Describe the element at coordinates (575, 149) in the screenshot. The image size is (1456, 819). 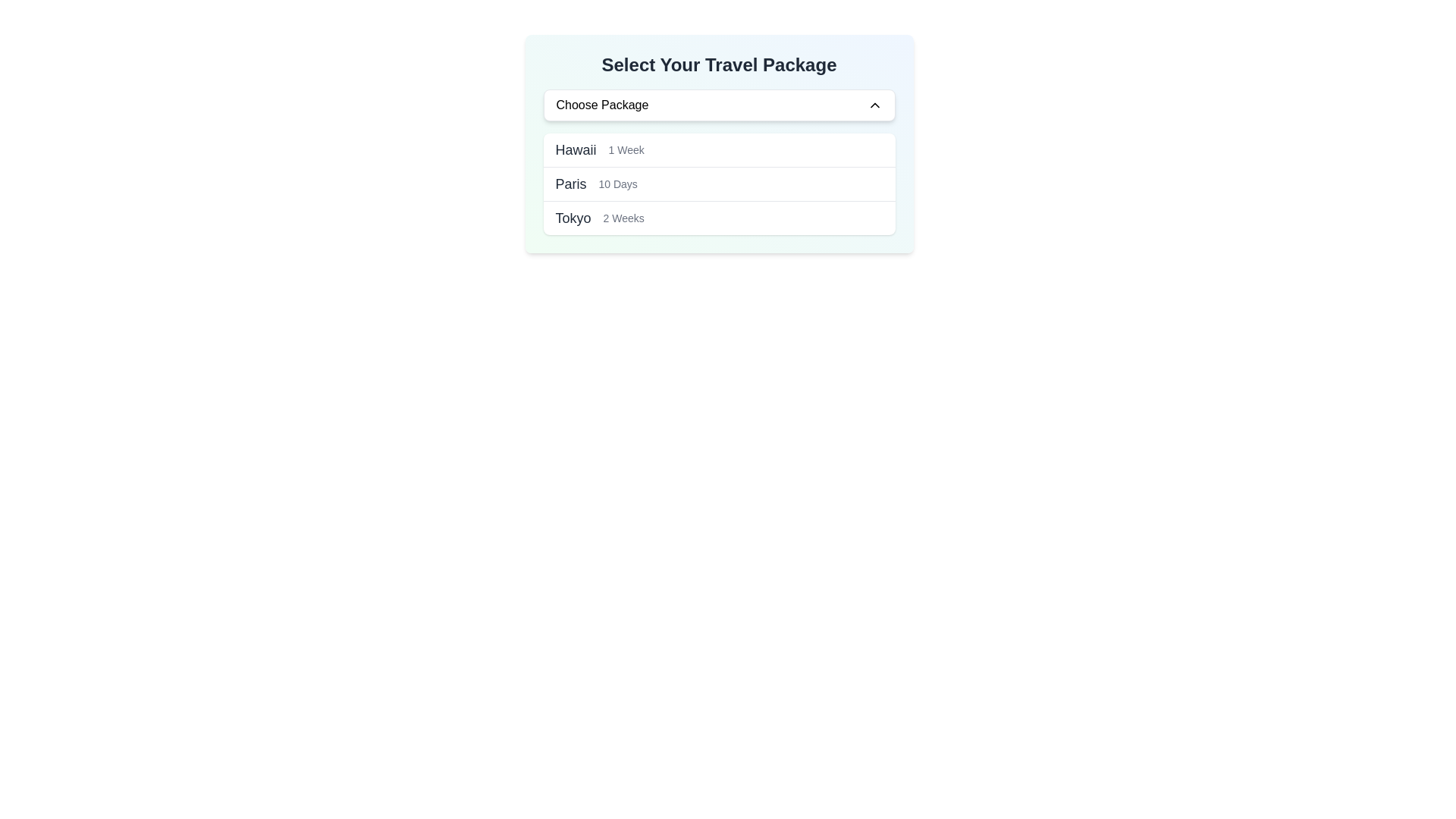
I see `the text label indicating the destination 'Hawaii', which is styled in a larger font size and dark gray color, located within the first option of the list under 'Select Your Travel Package'` at that location.